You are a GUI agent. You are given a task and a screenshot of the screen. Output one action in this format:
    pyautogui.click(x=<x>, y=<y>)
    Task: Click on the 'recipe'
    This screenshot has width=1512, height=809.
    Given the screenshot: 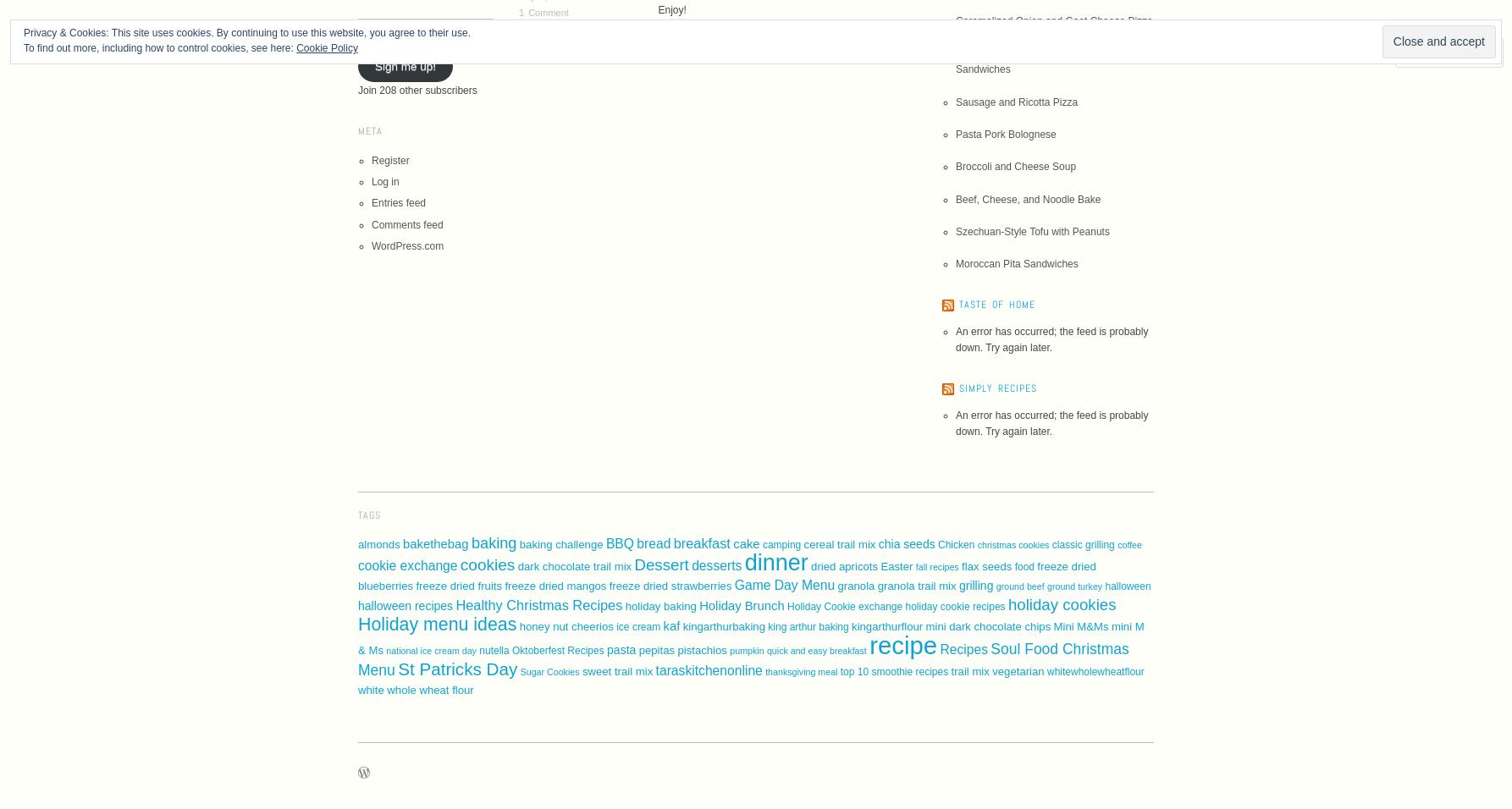 What is the action you would take?
    pyautogui.click(x=902, y=644)
    